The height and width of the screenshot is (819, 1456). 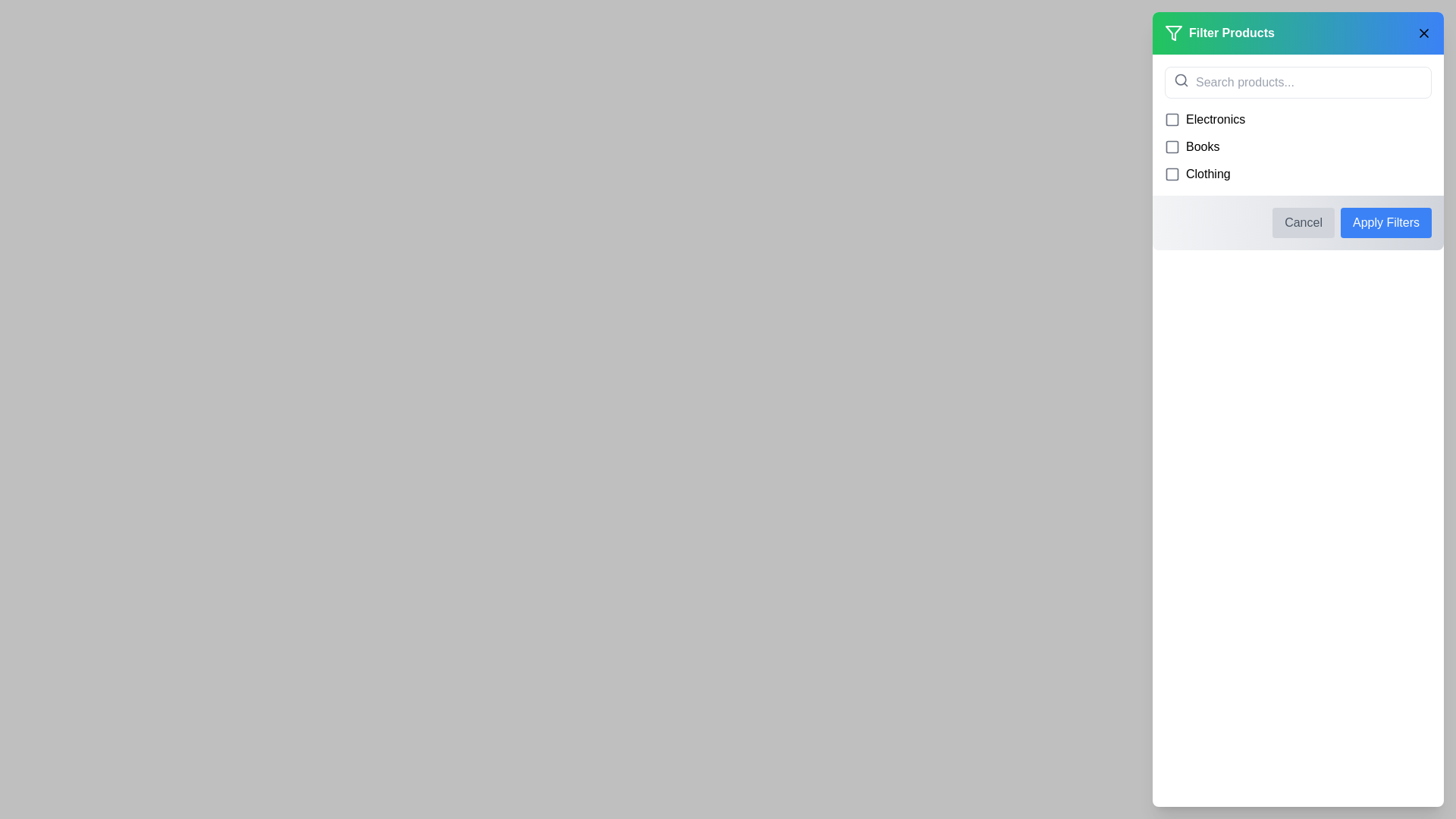 I want to click on the Label with icon that serves as a title for the filtering interface, located in the upper-left of a rectangular section with a green-to-blue gradient background, so click(x=1219, y=33).